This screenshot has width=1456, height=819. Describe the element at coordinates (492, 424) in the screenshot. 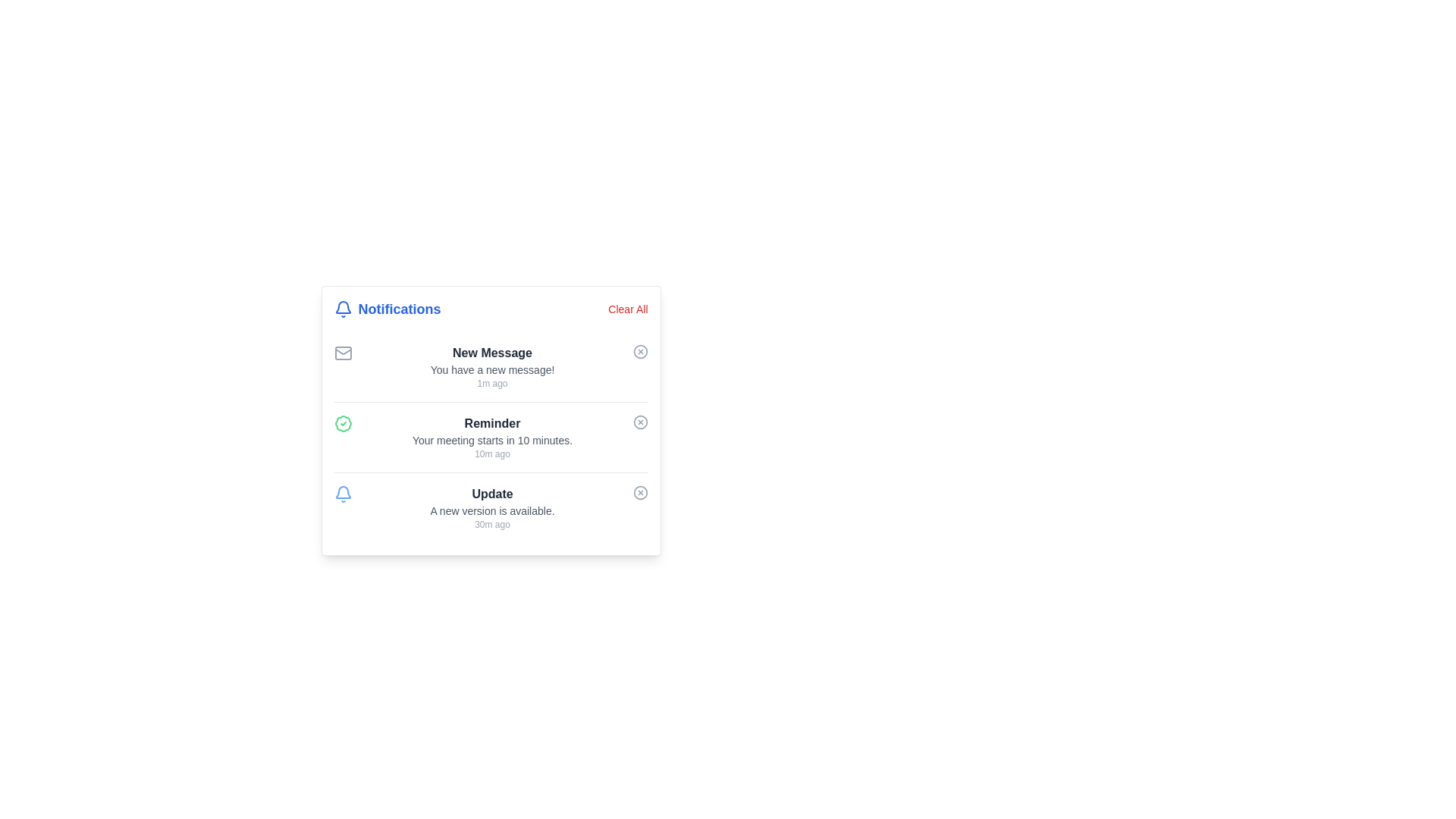

I see `the bold text element reading 'Reminder', which is styled with a dark gray font color and positioned above a lighter gray text block in the middle section of a notification card` at that location.